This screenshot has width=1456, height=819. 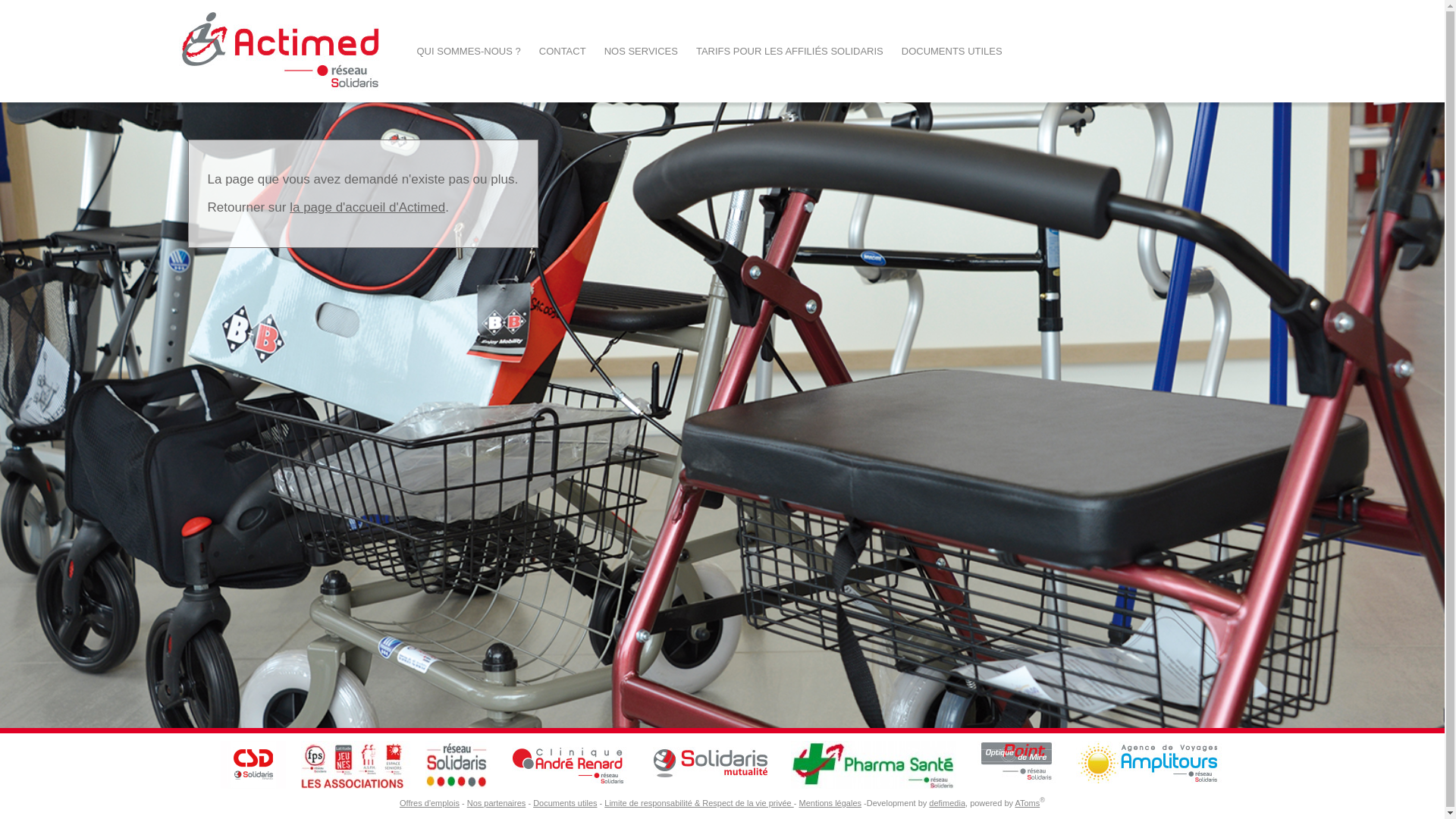 What do you see at coordinates (562, 50) in the screenshot?
I see `'CONTACT'` at bounding box center [562, 50].